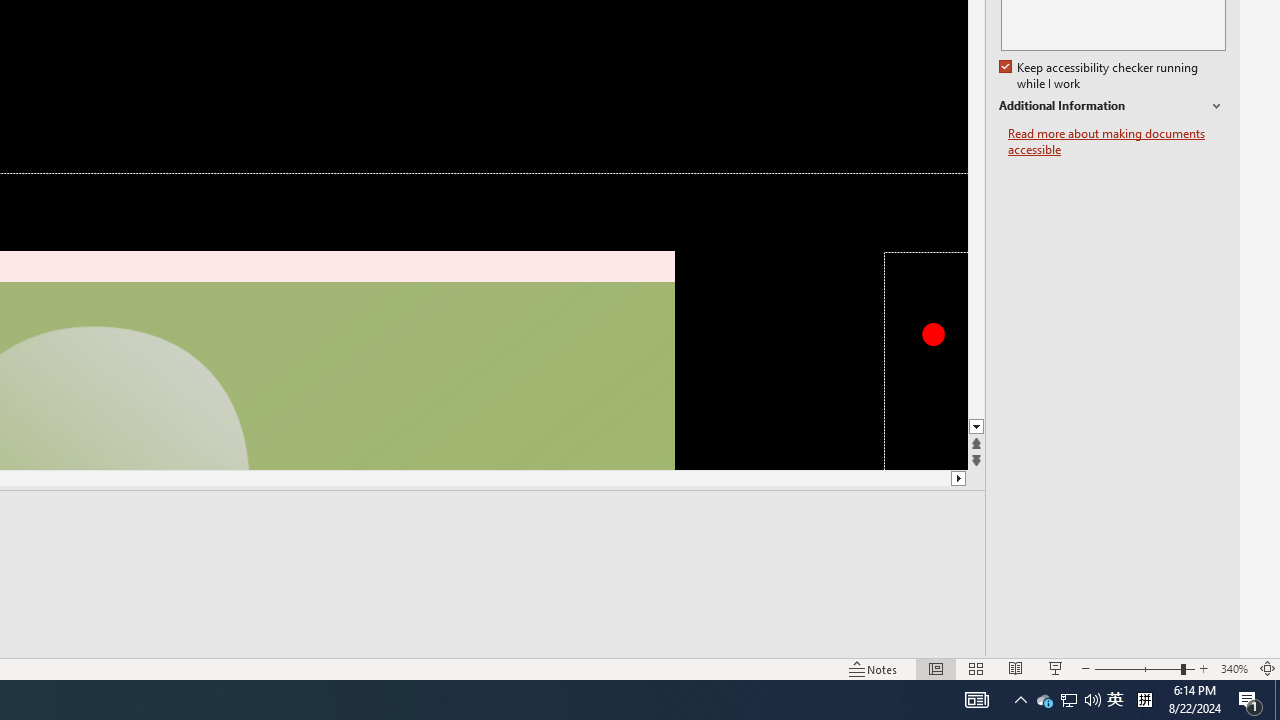 Image resolution: width=1280 pixels, height=720 pixels. Describe the element at coordinates (976, 426) in the screenshot. I see `'Line down'` at that location.